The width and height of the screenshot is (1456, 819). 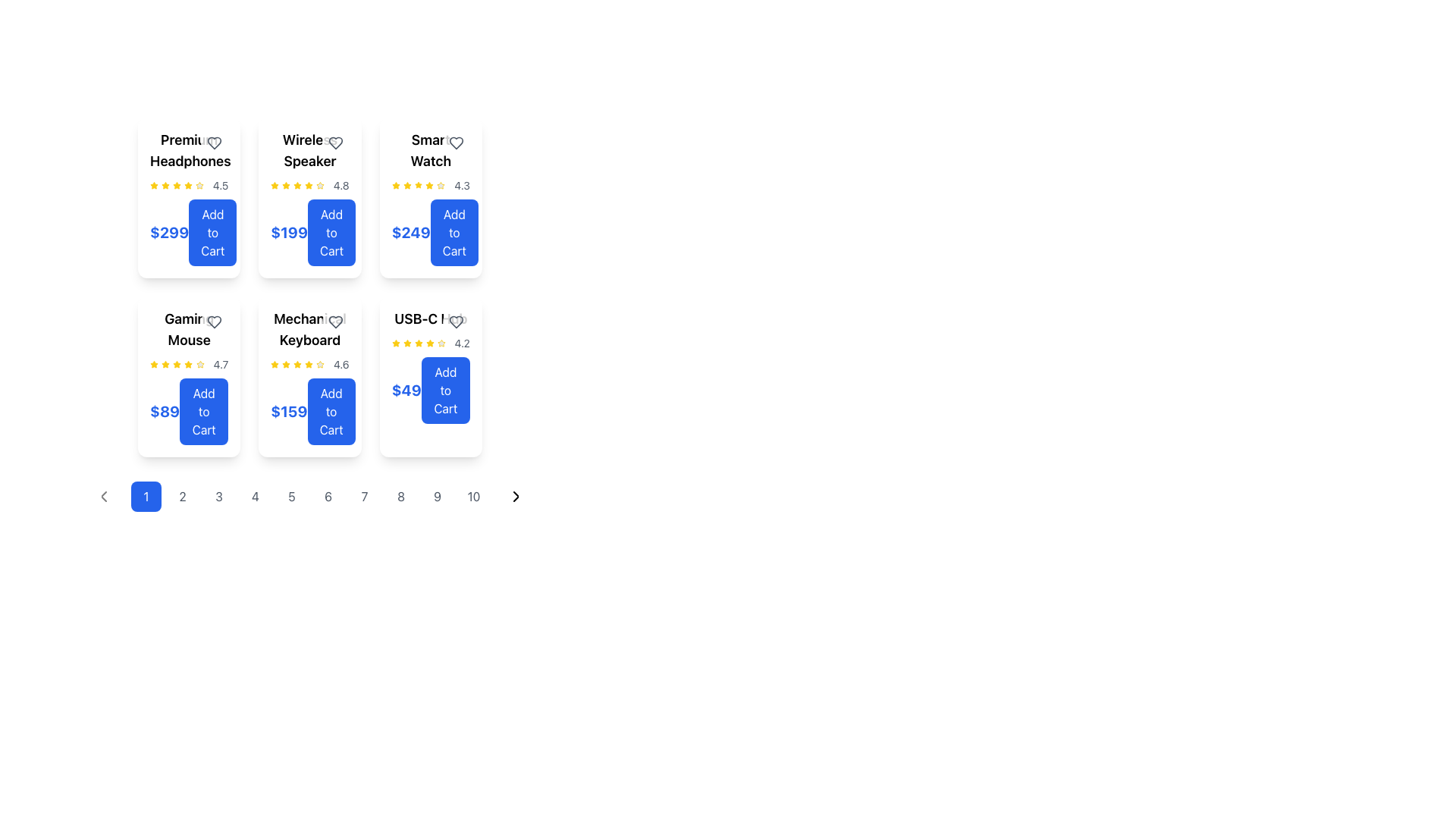 I want to click on the 'Next Page' button in the pagination control located to the right of the page number '10', so click(x=516, y=497).